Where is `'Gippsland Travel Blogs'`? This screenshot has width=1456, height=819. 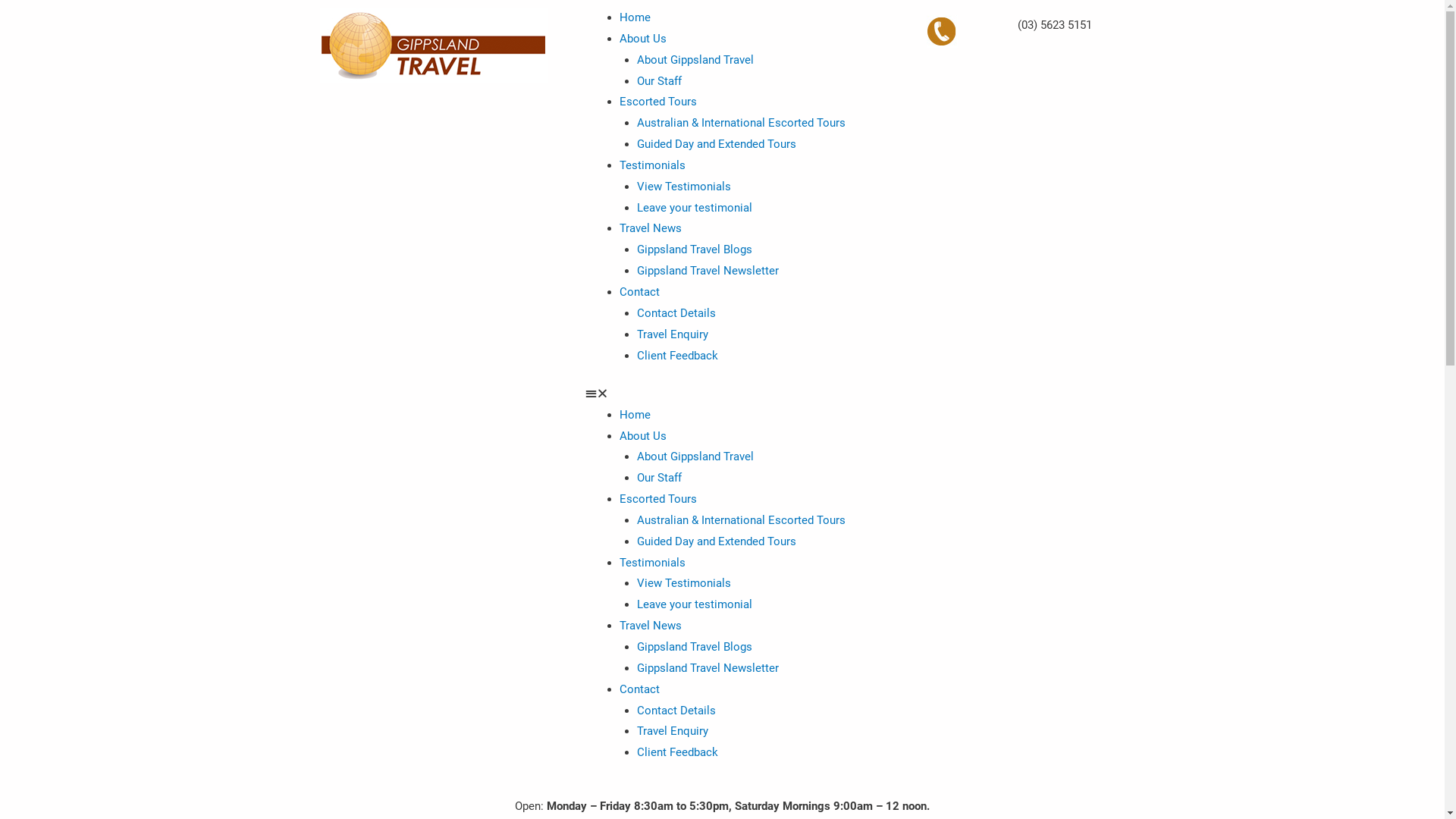
'Gippsland Travel Blogs' is located at coordinates (694, 646).